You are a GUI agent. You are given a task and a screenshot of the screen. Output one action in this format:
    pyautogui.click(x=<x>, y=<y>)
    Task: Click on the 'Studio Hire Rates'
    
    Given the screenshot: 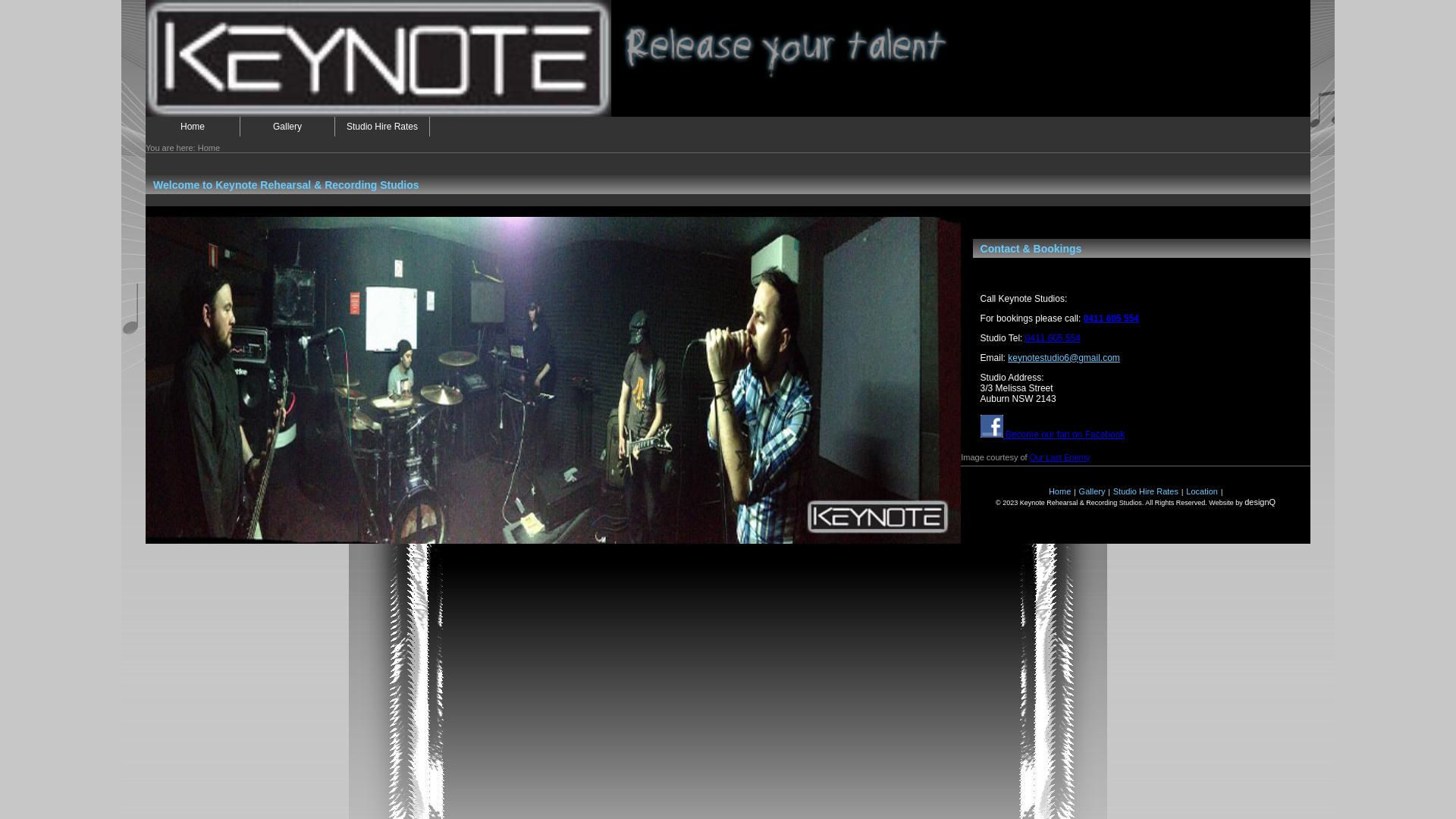 What is the action you would take?
    pyautogui.click(x=382, y=125)
    